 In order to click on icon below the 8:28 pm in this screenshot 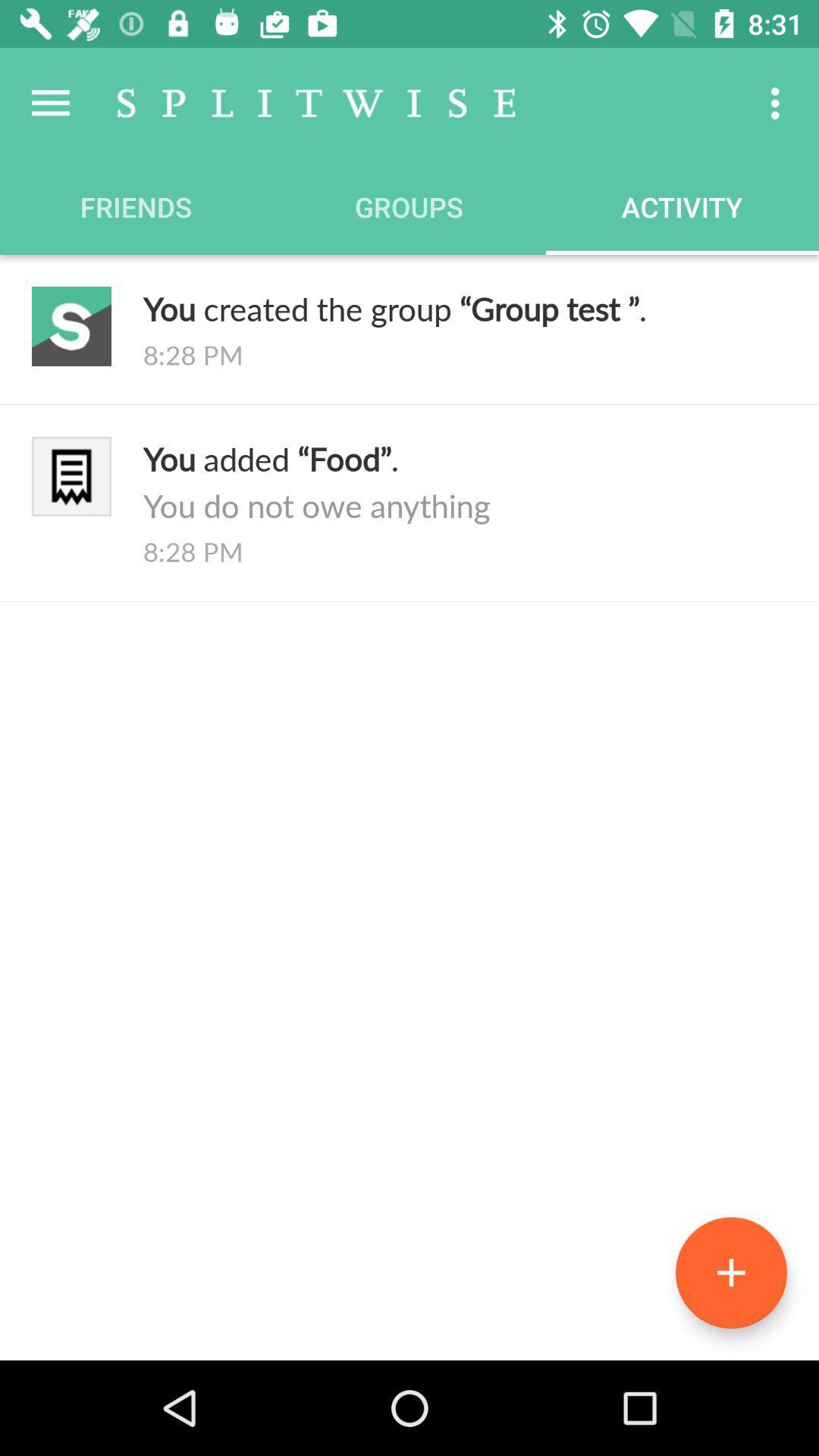, I will do `click(464, 481)`.